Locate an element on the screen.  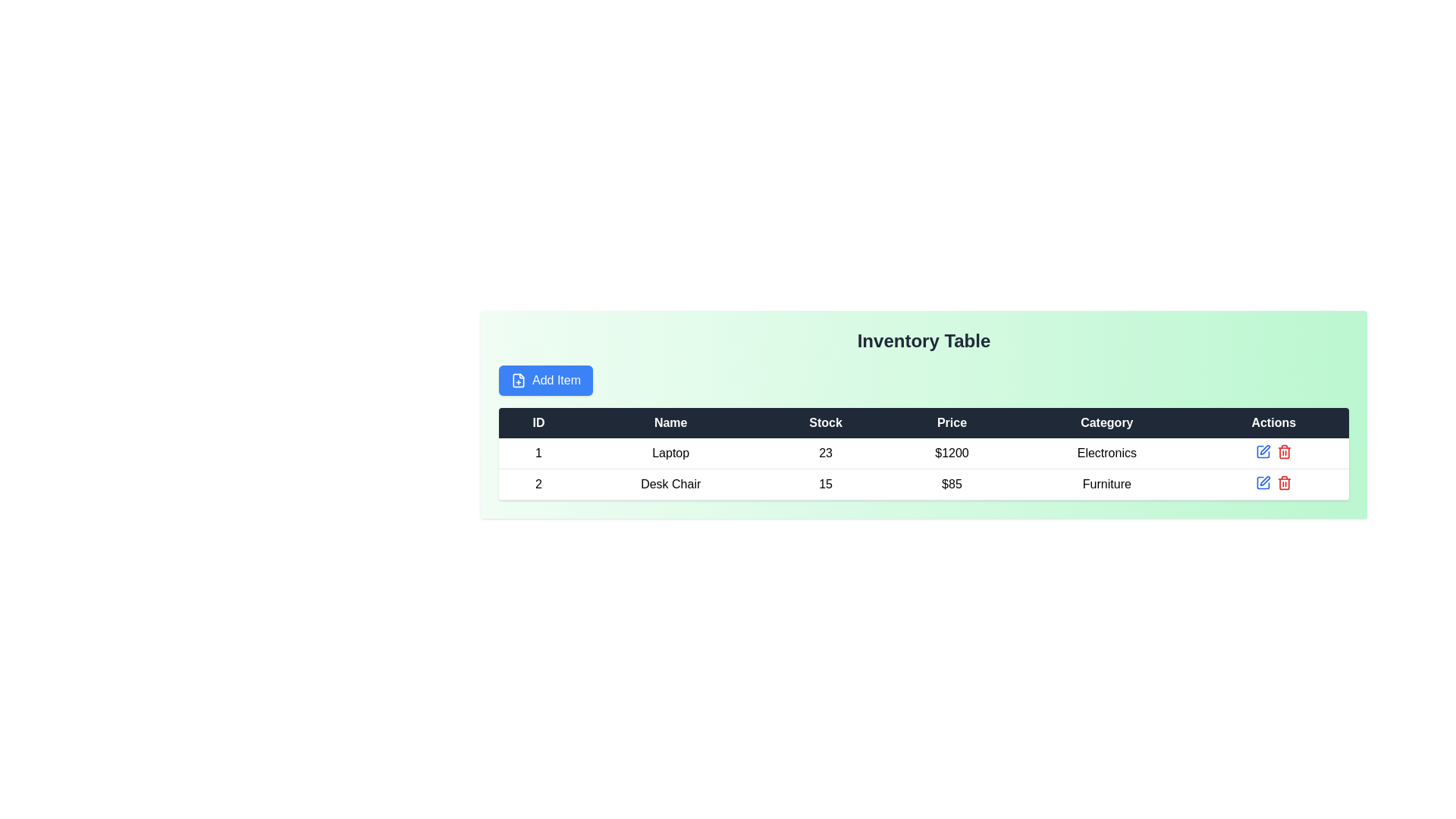
the text displaying the number '23' in the 'Stock' column of the 'Inventory Table' is located at coordinates (825, 453).